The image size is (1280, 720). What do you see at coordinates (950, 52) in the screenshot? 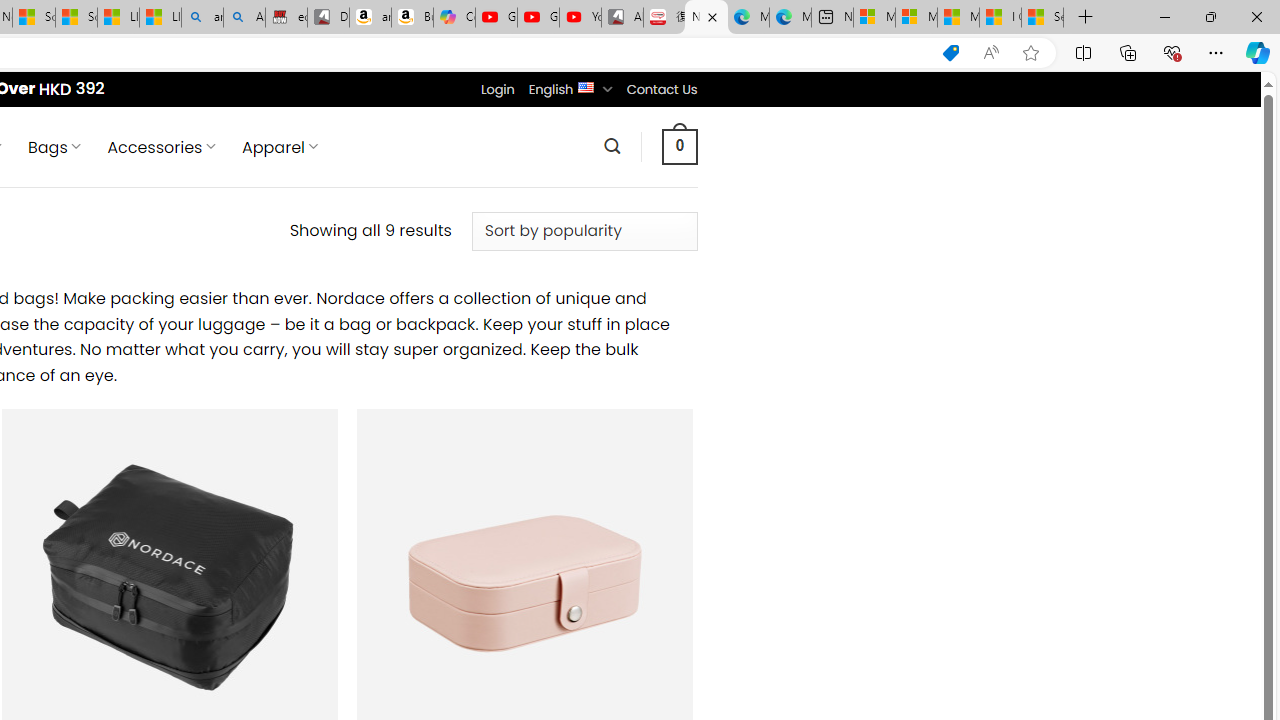
I see `'This site has coupons! Shopping in Microsoft Edge'` at bounding box center [950, 52].